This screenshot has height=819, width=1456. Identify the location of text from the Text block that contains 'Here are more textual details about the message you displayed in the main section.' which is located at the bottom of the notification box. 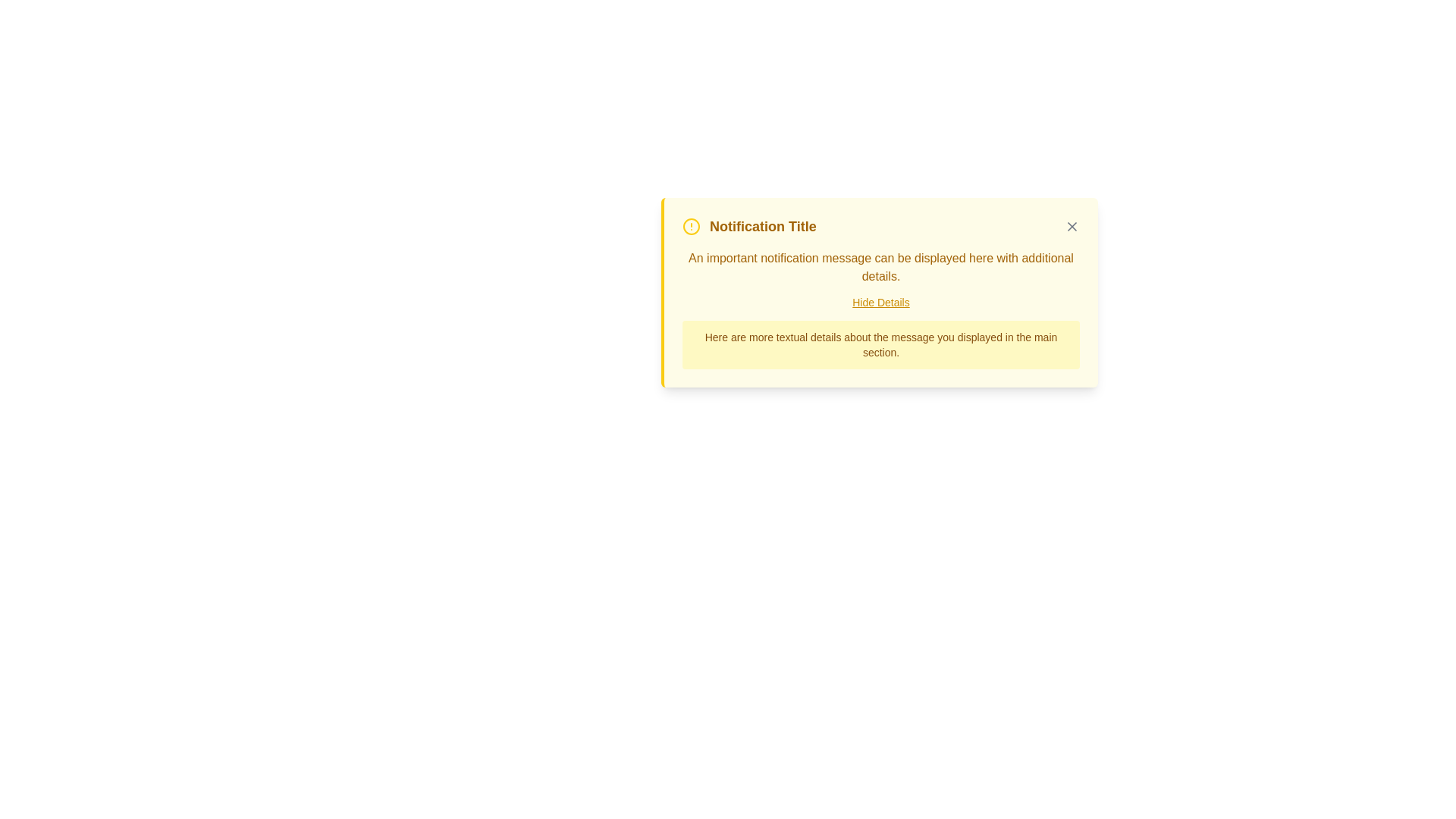
(880, 345).